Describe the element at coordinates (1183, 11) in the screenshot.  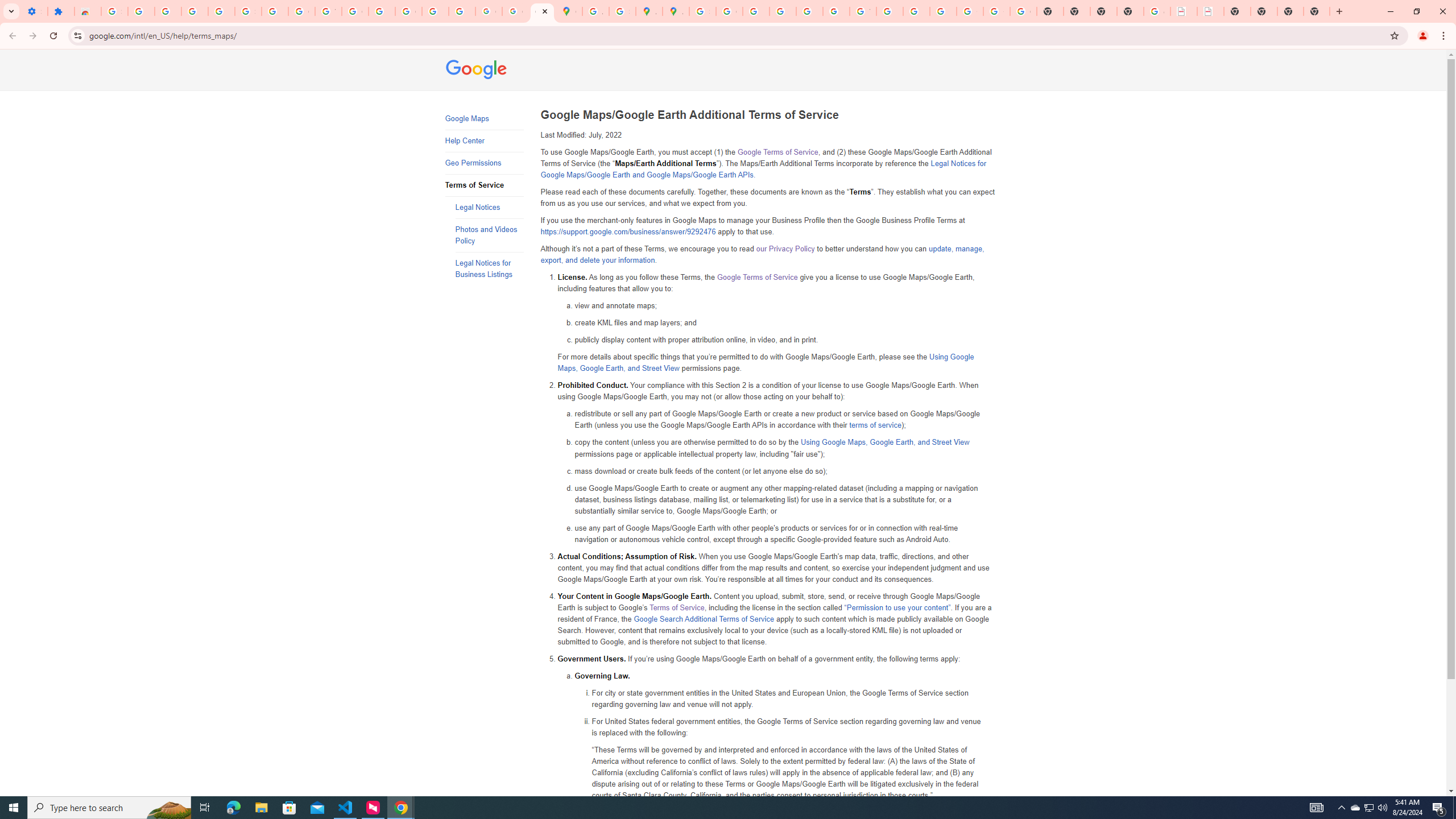
I see `'LAAD Defence & Security 2025 | BAE Systems'` at that location.